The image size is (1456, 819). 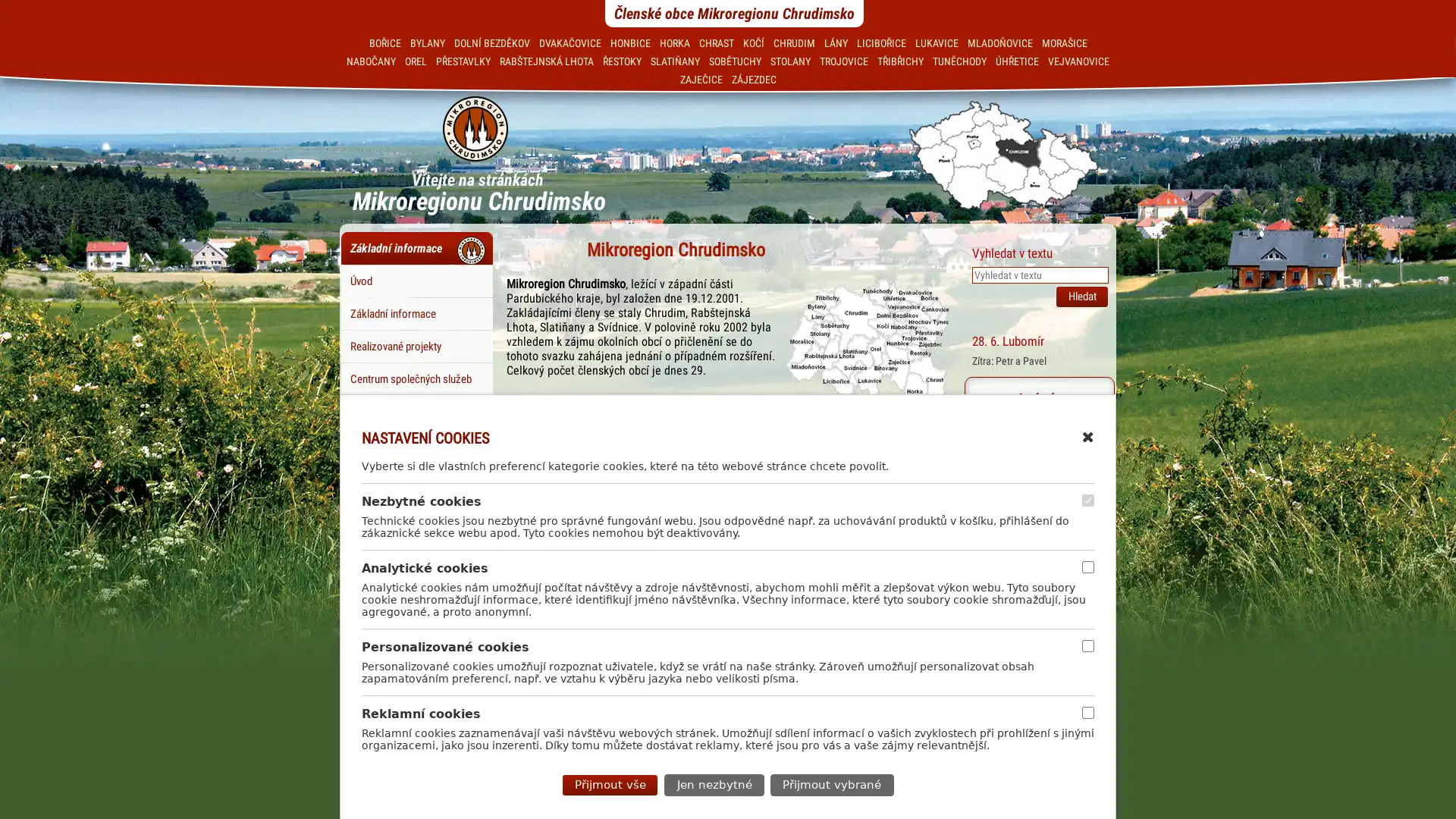 What do you see at coordinates (830, 784) in the screenshot?
I see `Prijmout vybrane` at bounding box center [830, 784].